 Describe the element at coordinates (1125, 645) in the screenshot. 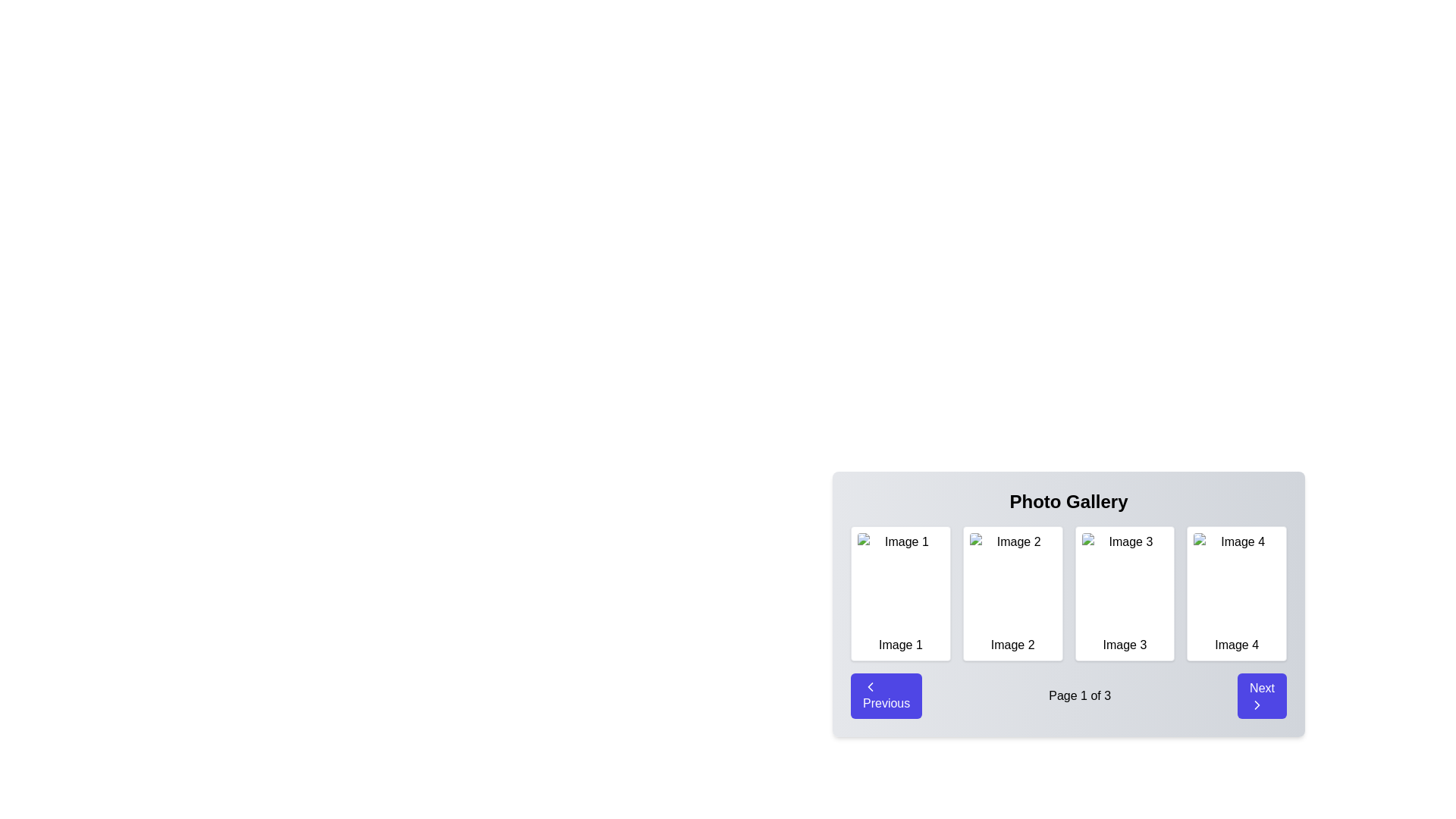

I see `the static text label that identifies the image placeholder with the text 'Image 3', located in the third card of the horizontal set of image cards` at that location.